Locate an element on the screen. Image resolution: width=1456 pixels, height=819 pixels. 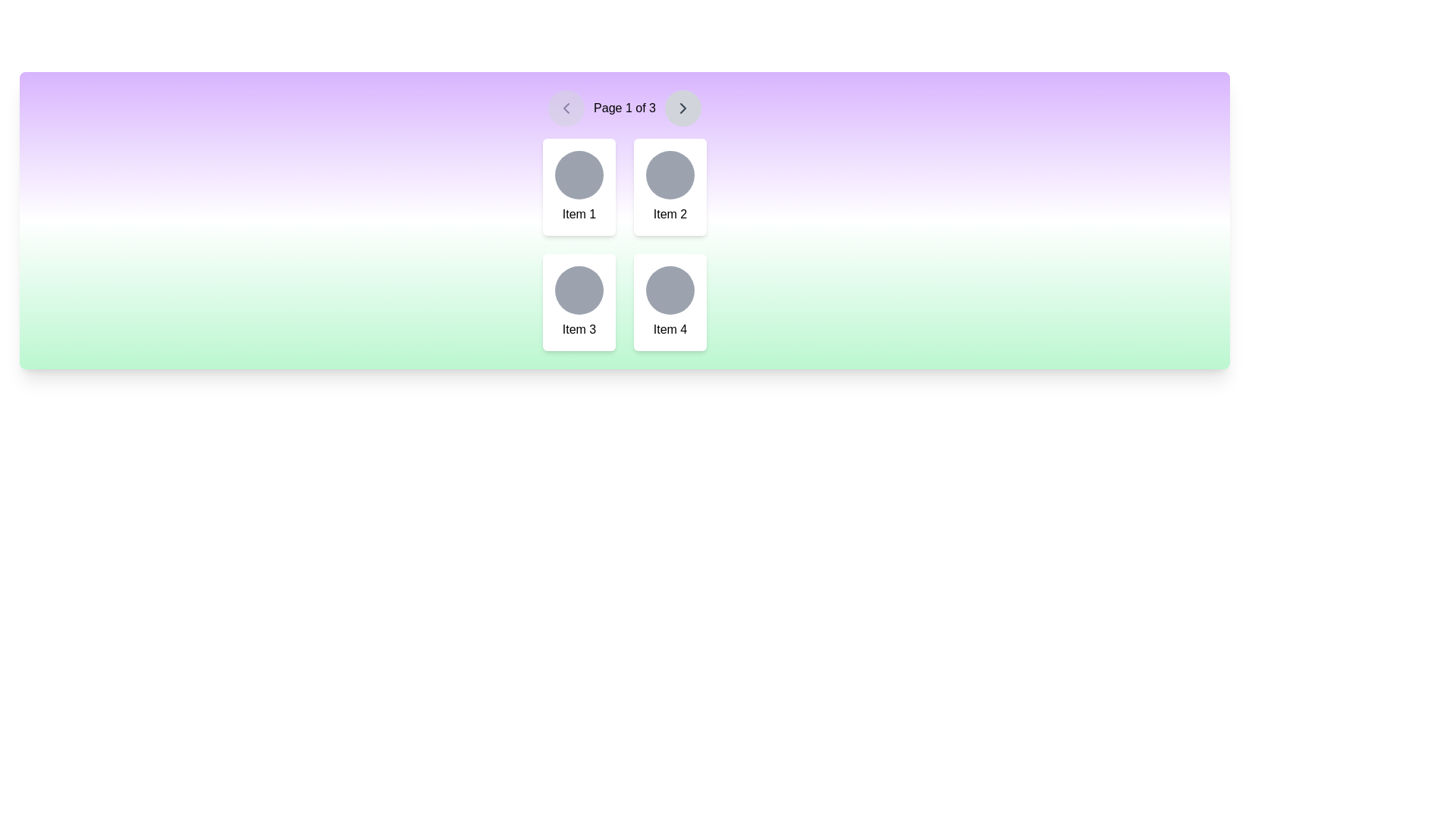
the third card in the bottom-left quadrant of a 2x2 grid is located at coordinates (578, 302).